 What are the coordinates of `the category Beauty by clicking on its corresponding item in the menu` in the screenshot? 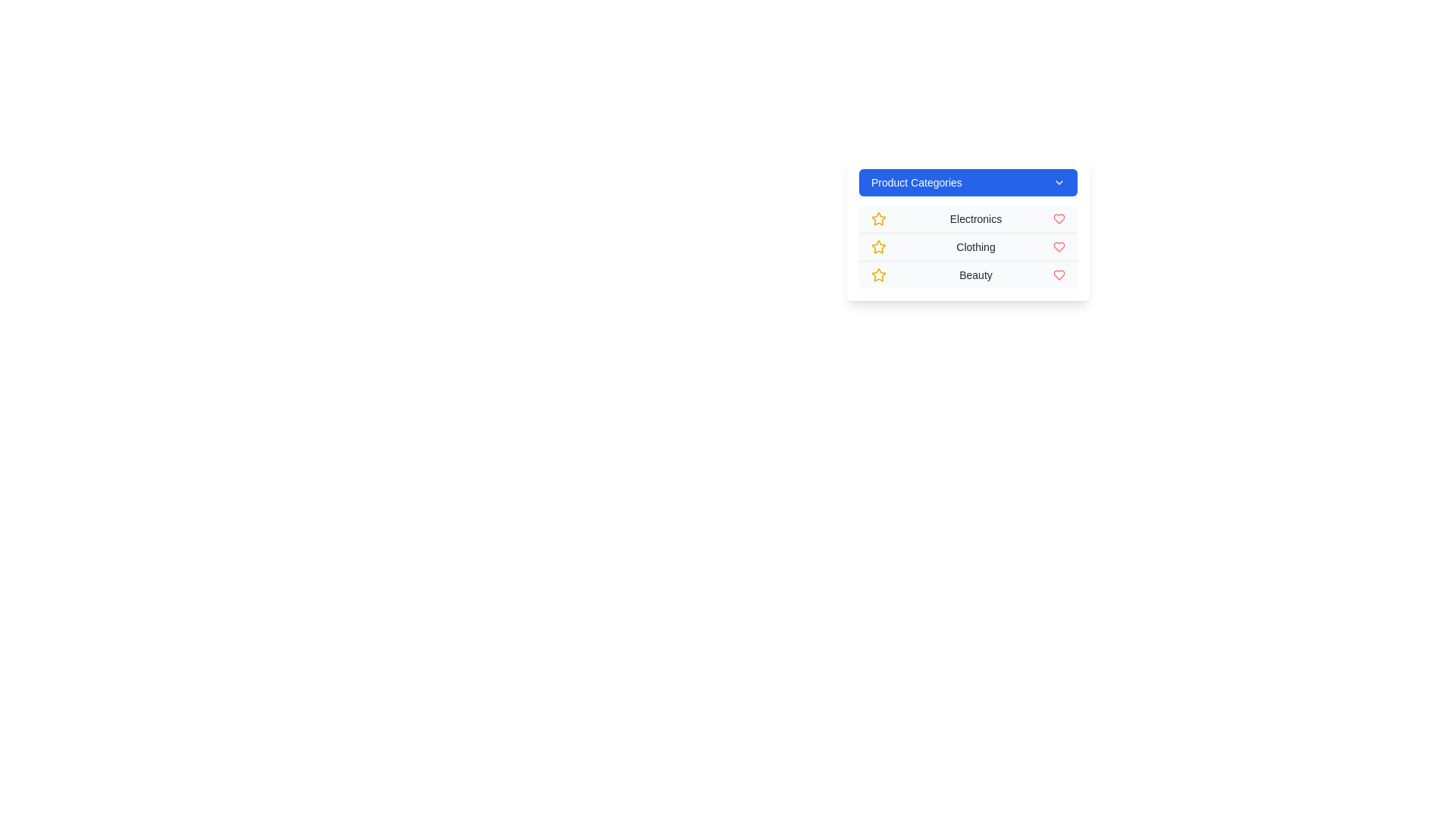 It's located at (967, 275).